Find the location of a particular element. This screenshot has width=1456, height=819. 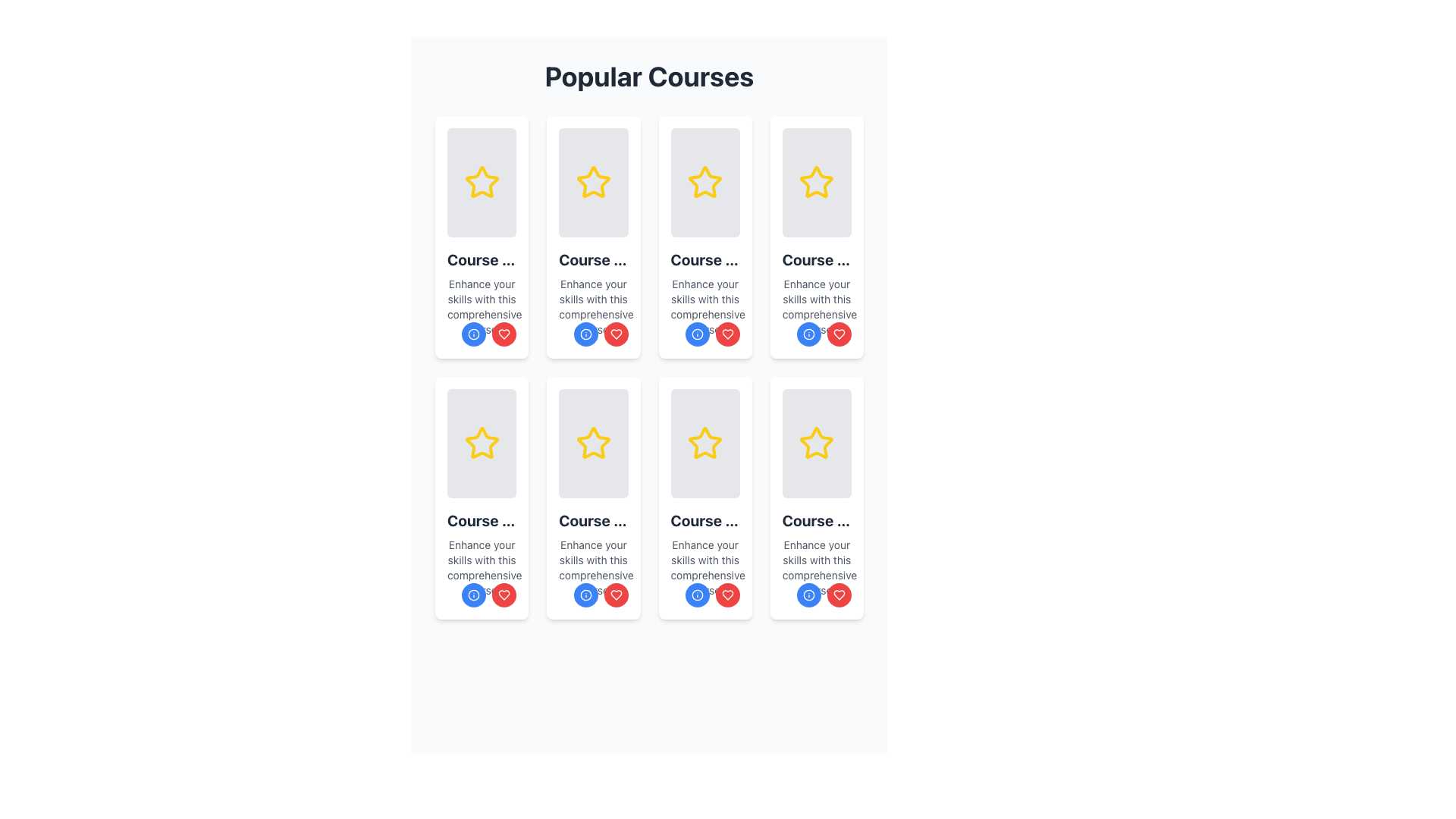

the text label displaying 'Course Title 4', which is bold and dark gray, located in the fourth card of the top row in the grid layout is located at coordinates (816, 259).